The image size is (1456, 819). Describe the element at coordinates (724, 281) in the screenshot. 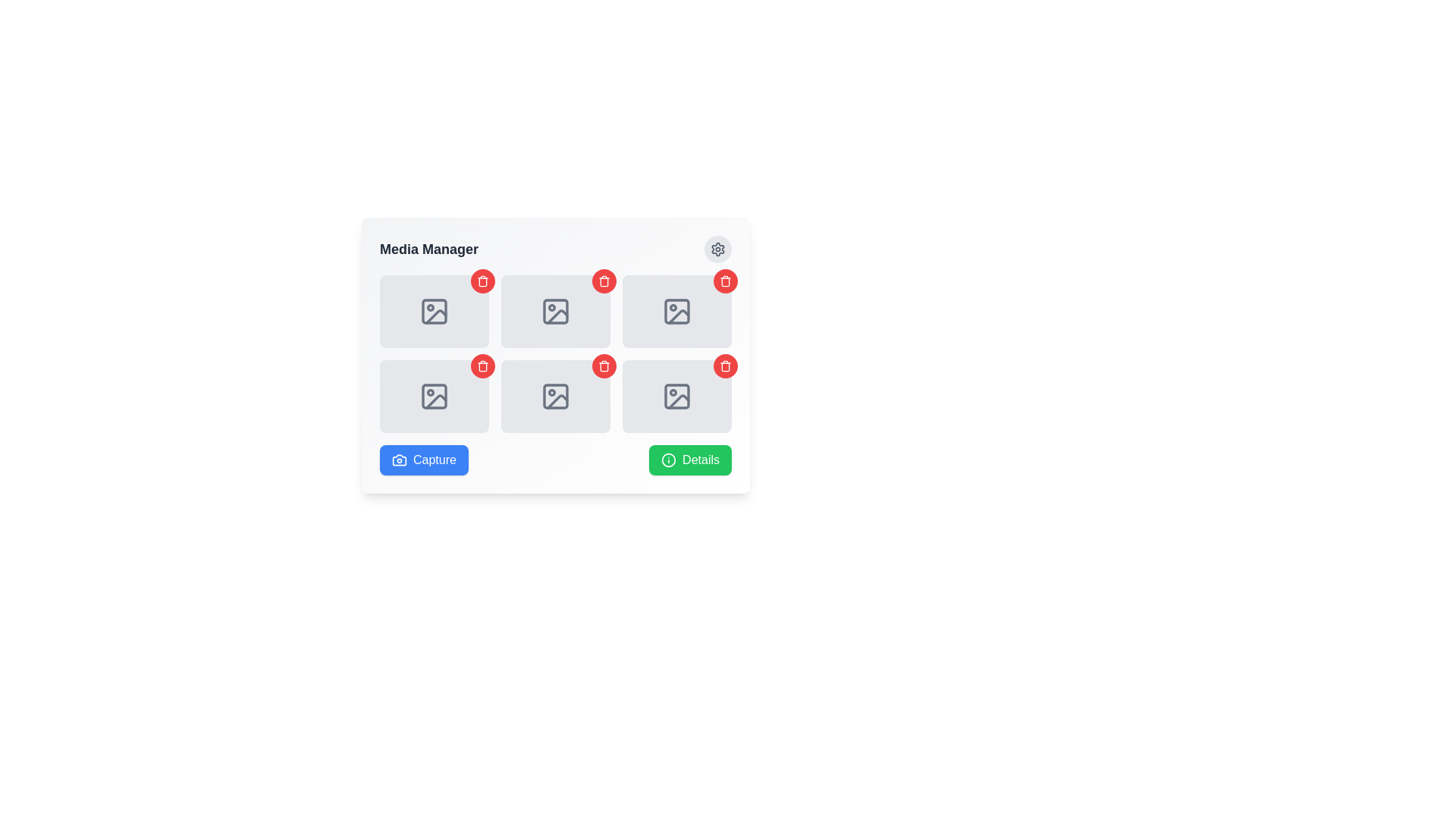

I see `the small circular red button with a trash icon located at the top right corner of the gray media card` at that location.